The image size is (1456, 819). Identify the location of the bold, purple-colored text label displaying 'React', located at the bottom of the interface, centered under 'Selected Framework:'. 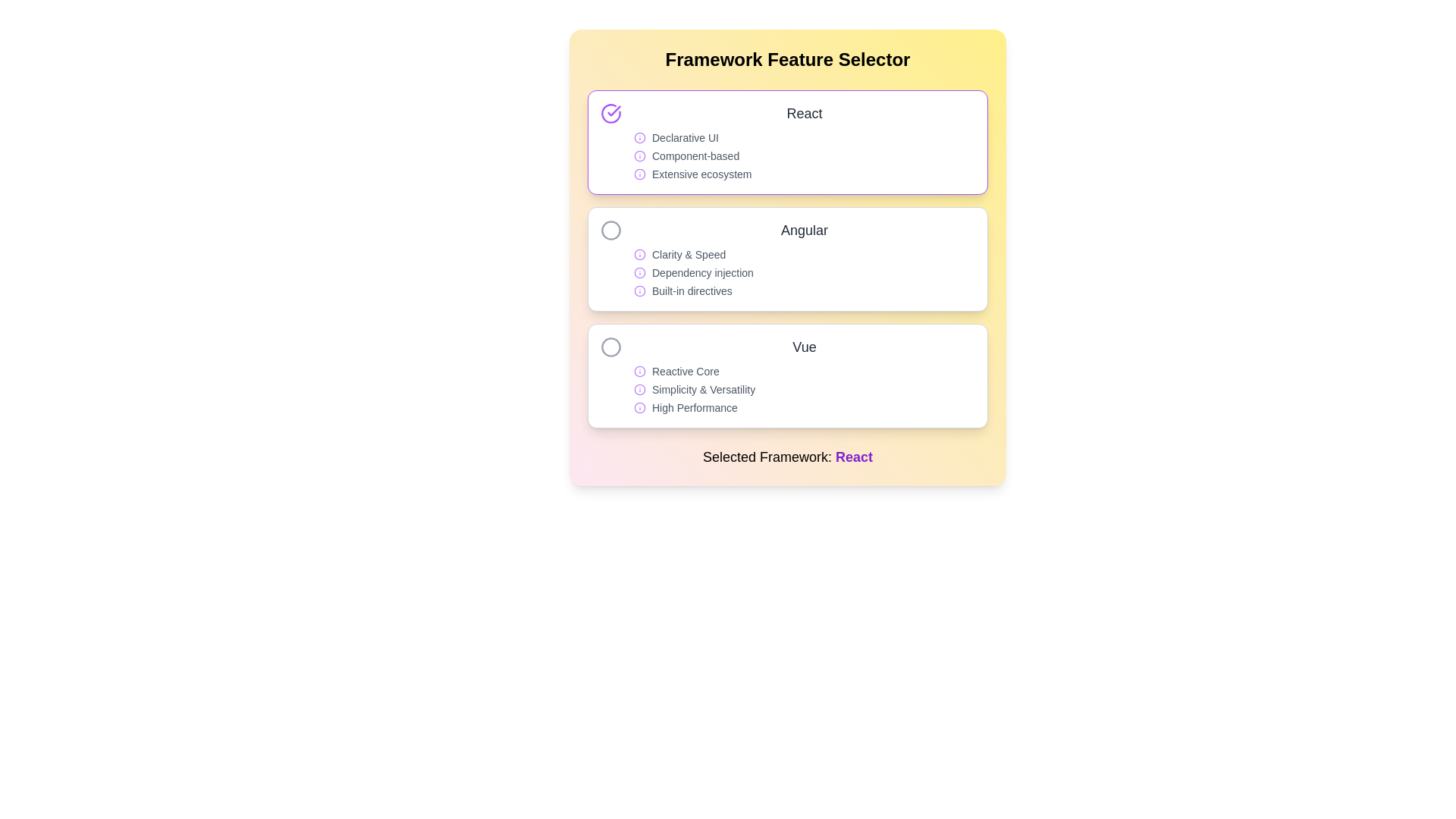
(854, 456).